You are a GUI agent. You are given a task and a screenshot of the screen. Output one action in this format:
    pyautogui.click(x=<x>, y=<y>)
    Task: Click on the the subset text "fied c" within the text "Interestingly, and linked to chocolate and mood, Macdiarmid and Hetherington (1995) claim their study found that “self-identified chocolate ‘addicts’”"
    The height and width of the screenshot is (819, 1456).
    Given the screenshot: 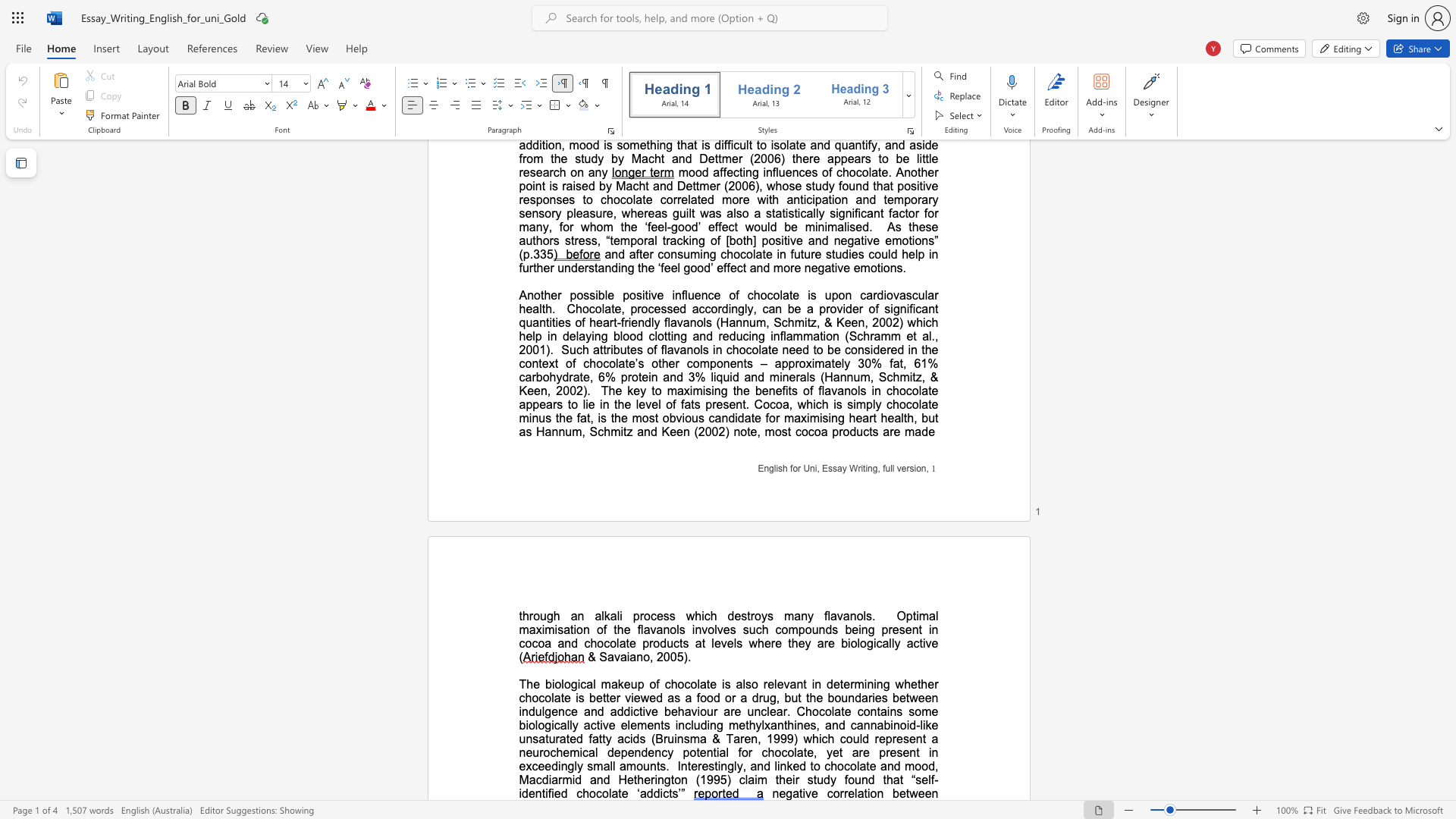 What is the action you would take?
    pyautogui.click(x=547, y=792)
    